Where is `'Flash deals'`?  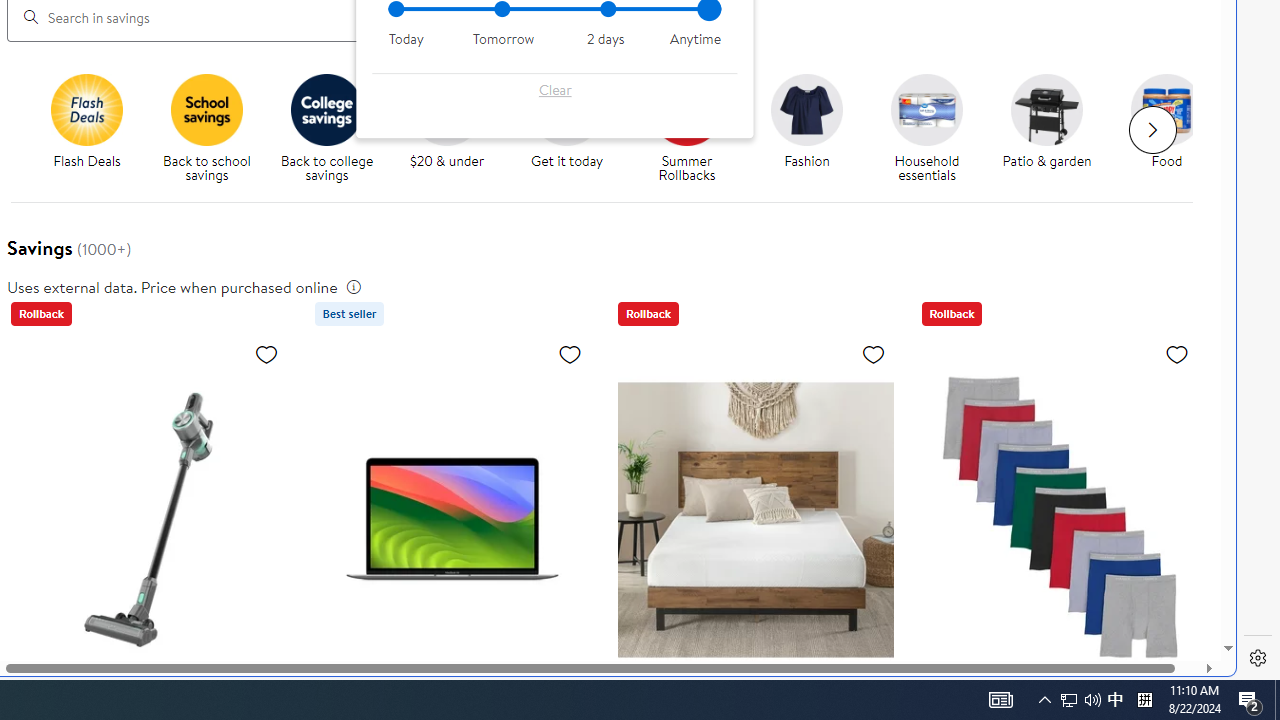
'Flash deals' is located at coordinates (86, 109).